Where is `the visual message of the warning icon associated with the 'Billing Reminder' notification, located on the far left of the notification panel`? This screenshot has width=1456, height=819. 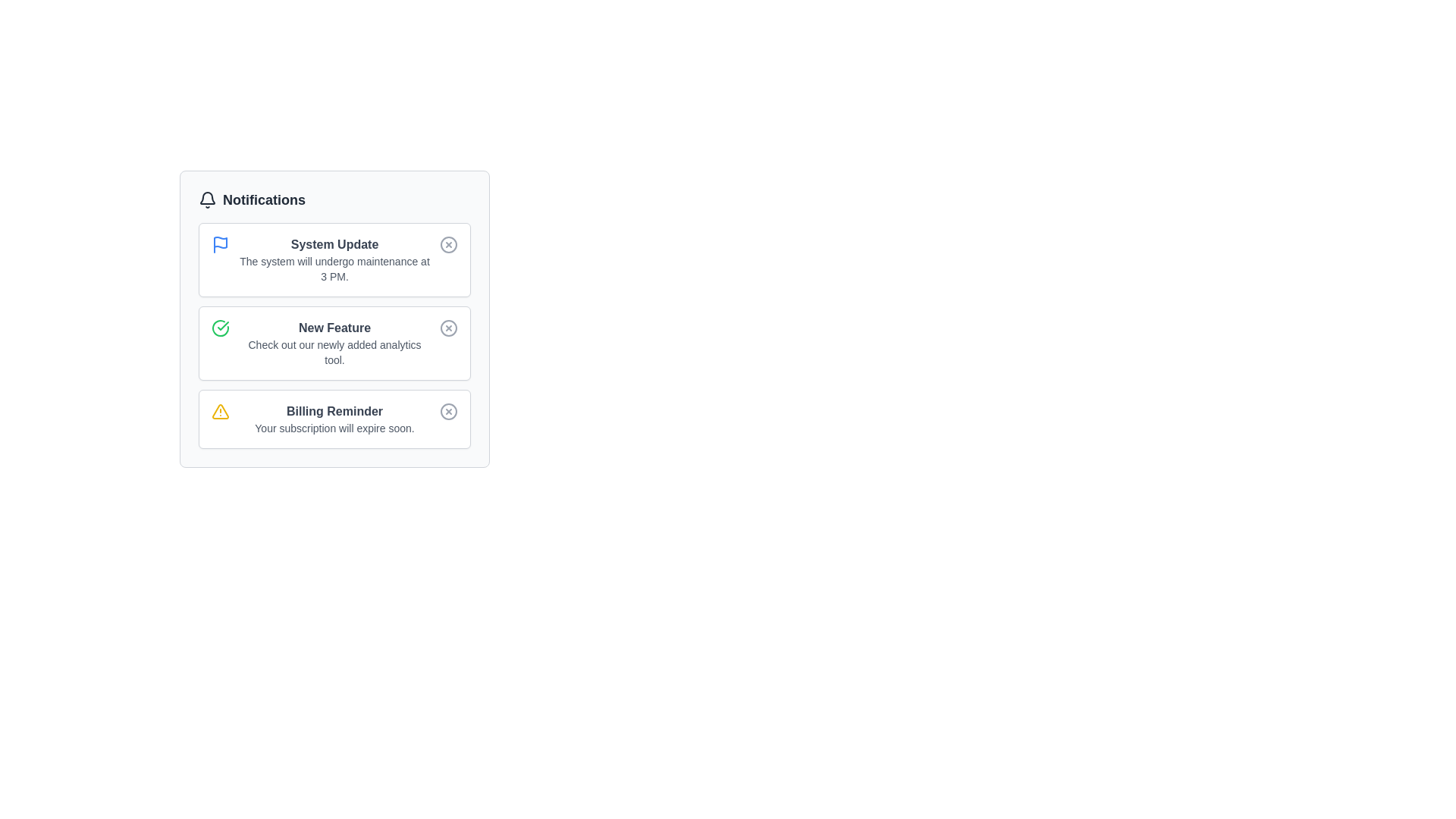
the visual message of the warning icon associated with the 'Billing Reminder' notification, located on the far left of the notification panel is located at coordinates (220, 412).